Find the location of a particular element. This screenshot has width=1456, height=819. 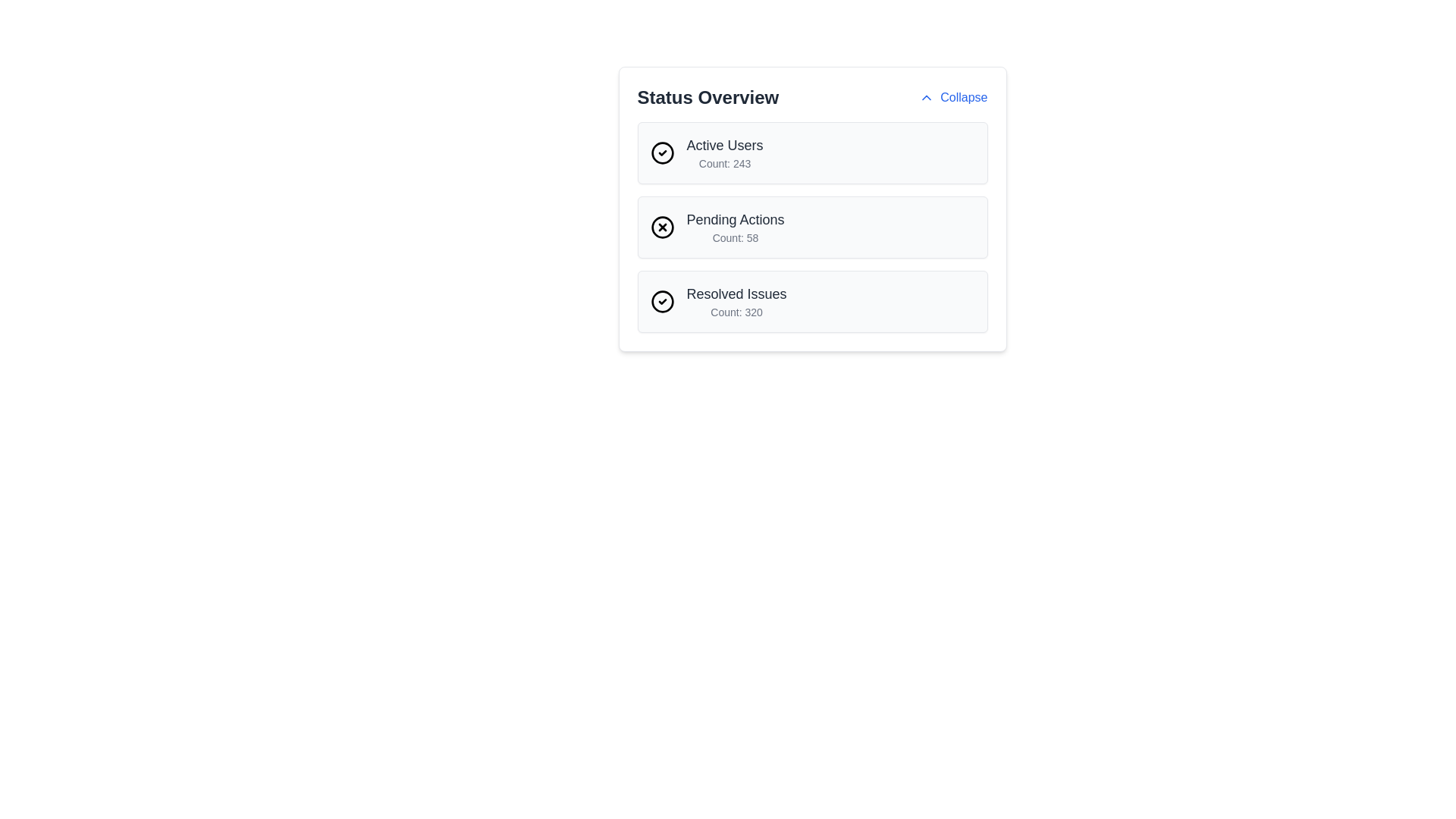

text from the 'Active Users' text label, which is styled with a medium gray font and is located at the top of the 'Status Overview' widget is located at coordinates (723, 146).